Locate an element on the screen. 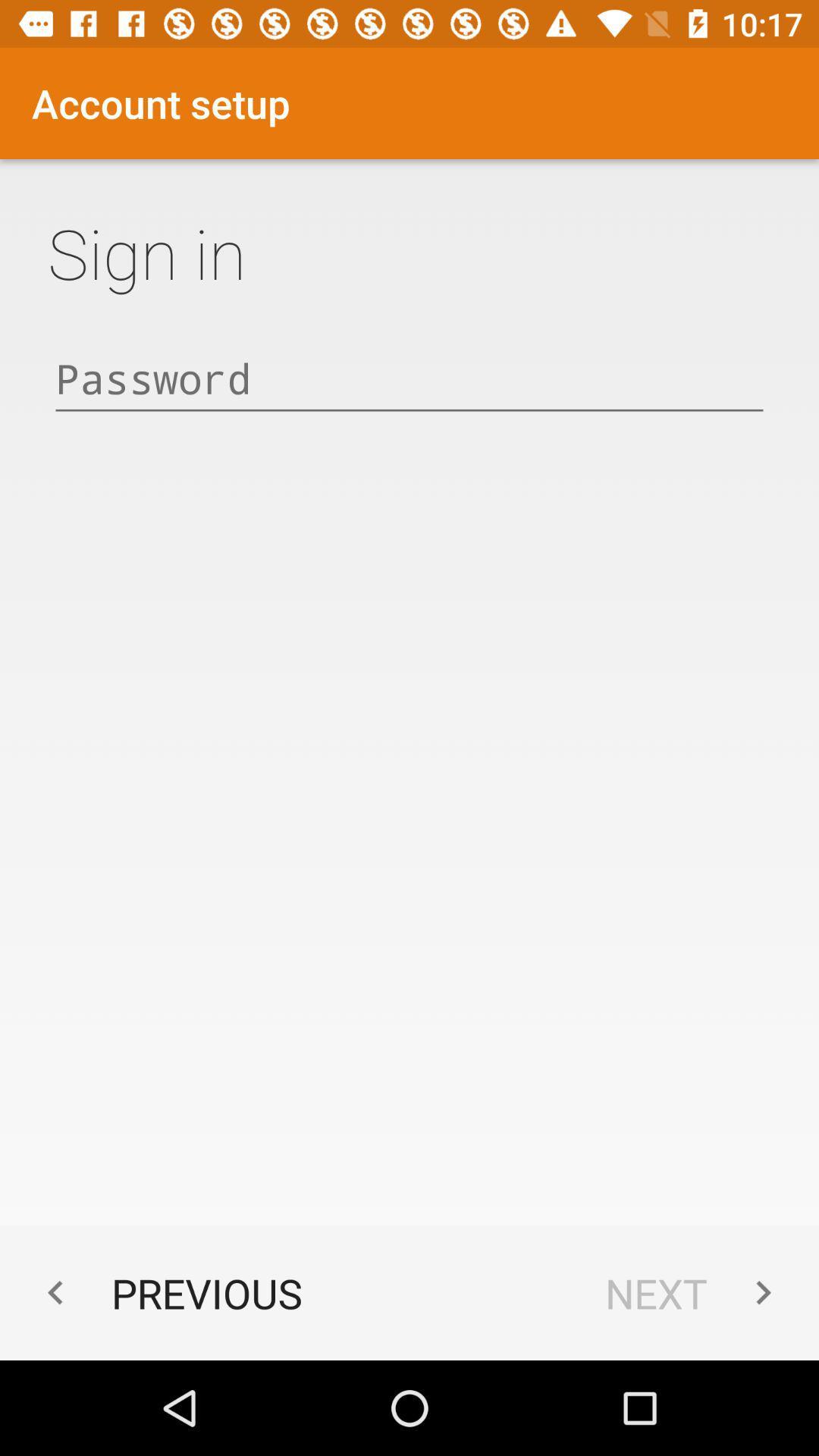 The image size is (819, 1456). the previous icon is located at coordinates (167, 1292).